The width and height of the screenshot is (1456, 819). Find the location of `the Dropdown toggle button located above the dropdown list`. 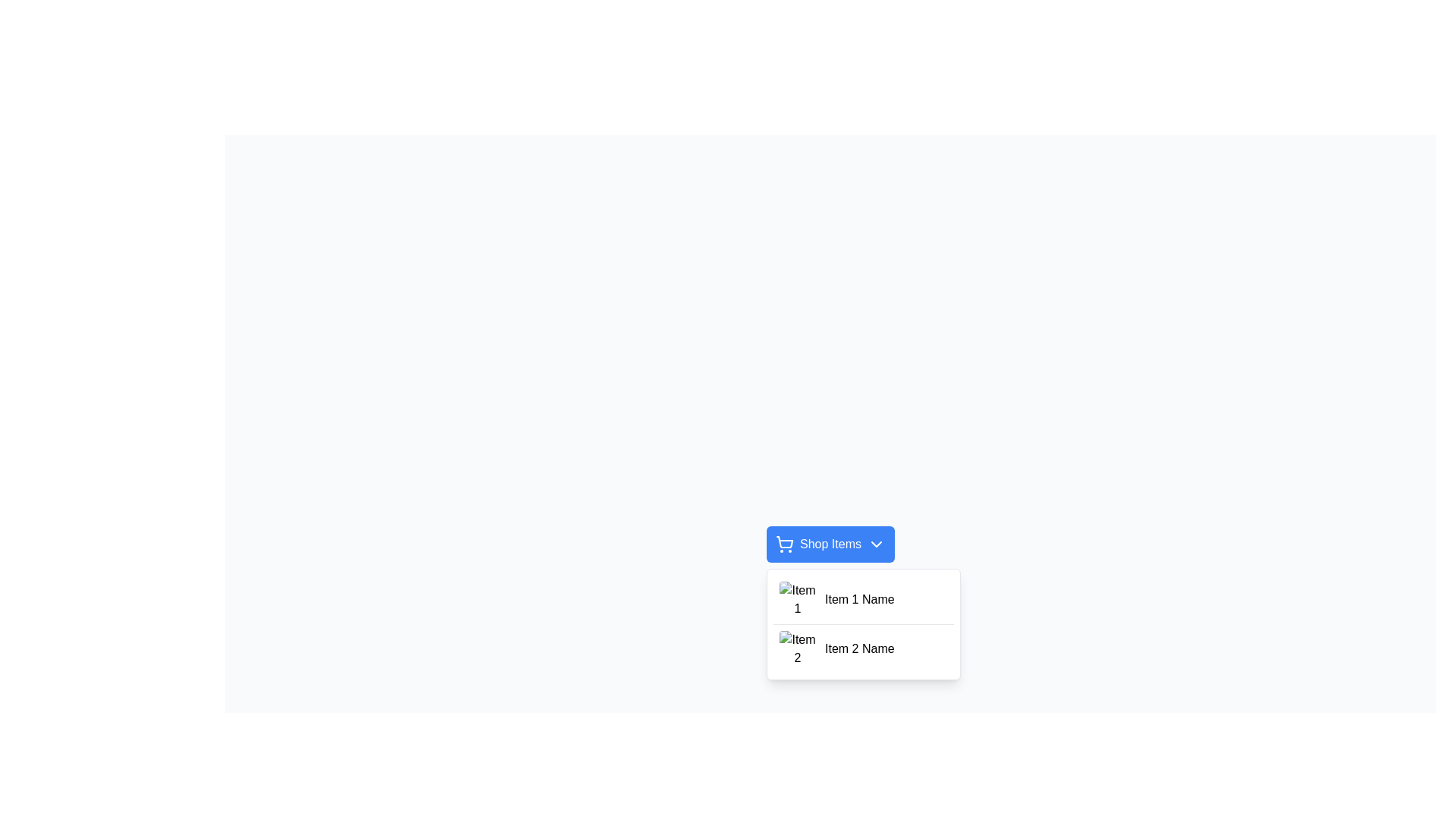

the Dropdown toggle button located above the dropdown list is located at coordinates (830, 543).